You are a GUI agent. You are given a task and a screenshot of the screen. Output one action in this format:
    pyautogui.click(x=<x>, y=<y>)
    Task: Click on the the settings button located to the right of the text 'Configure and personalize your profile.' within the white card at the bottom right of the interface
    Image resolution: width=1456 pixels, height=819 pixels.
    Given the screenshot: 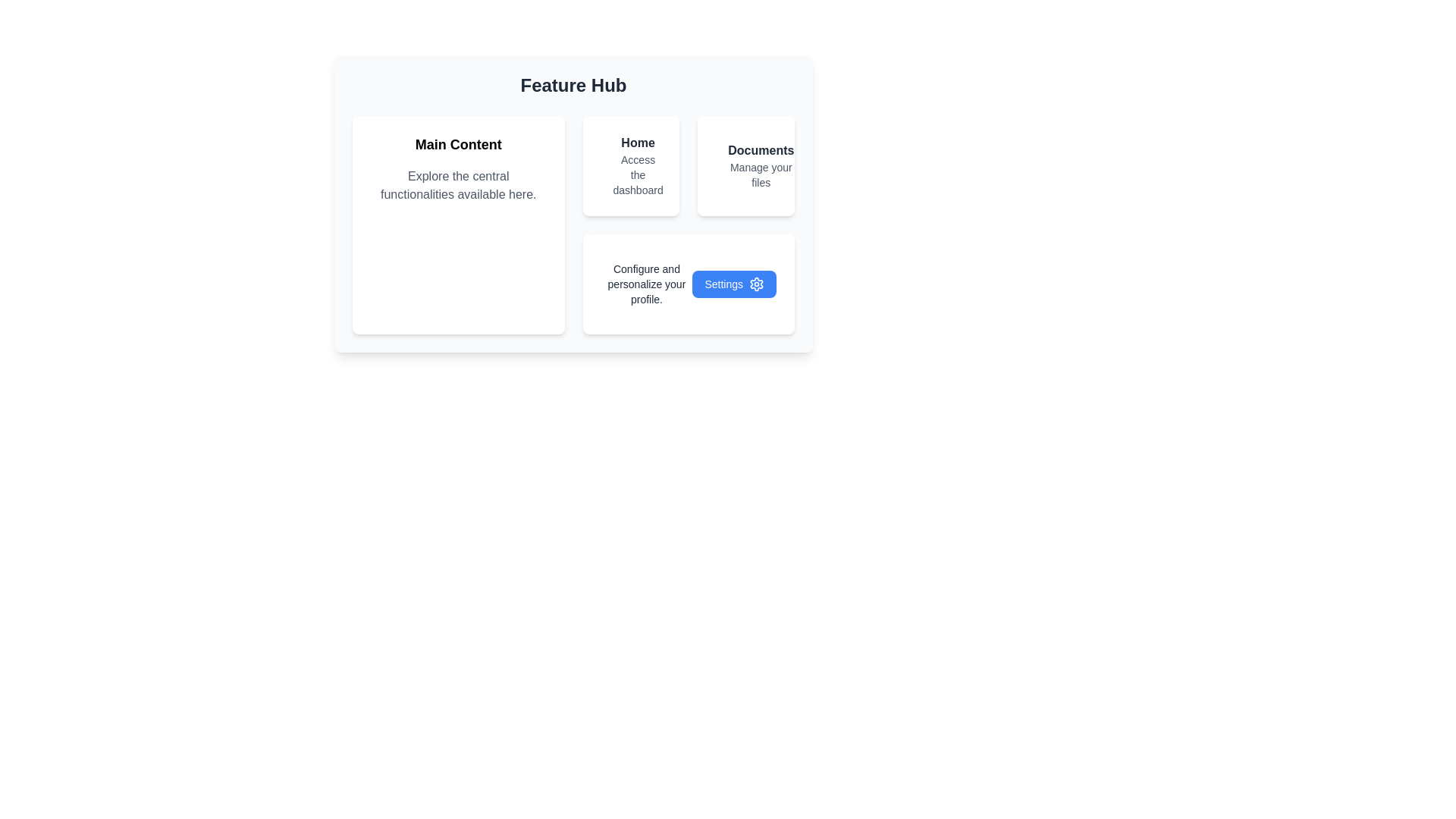 What is the action you would take?
    pyautogui.click(x=734, y=284)
    